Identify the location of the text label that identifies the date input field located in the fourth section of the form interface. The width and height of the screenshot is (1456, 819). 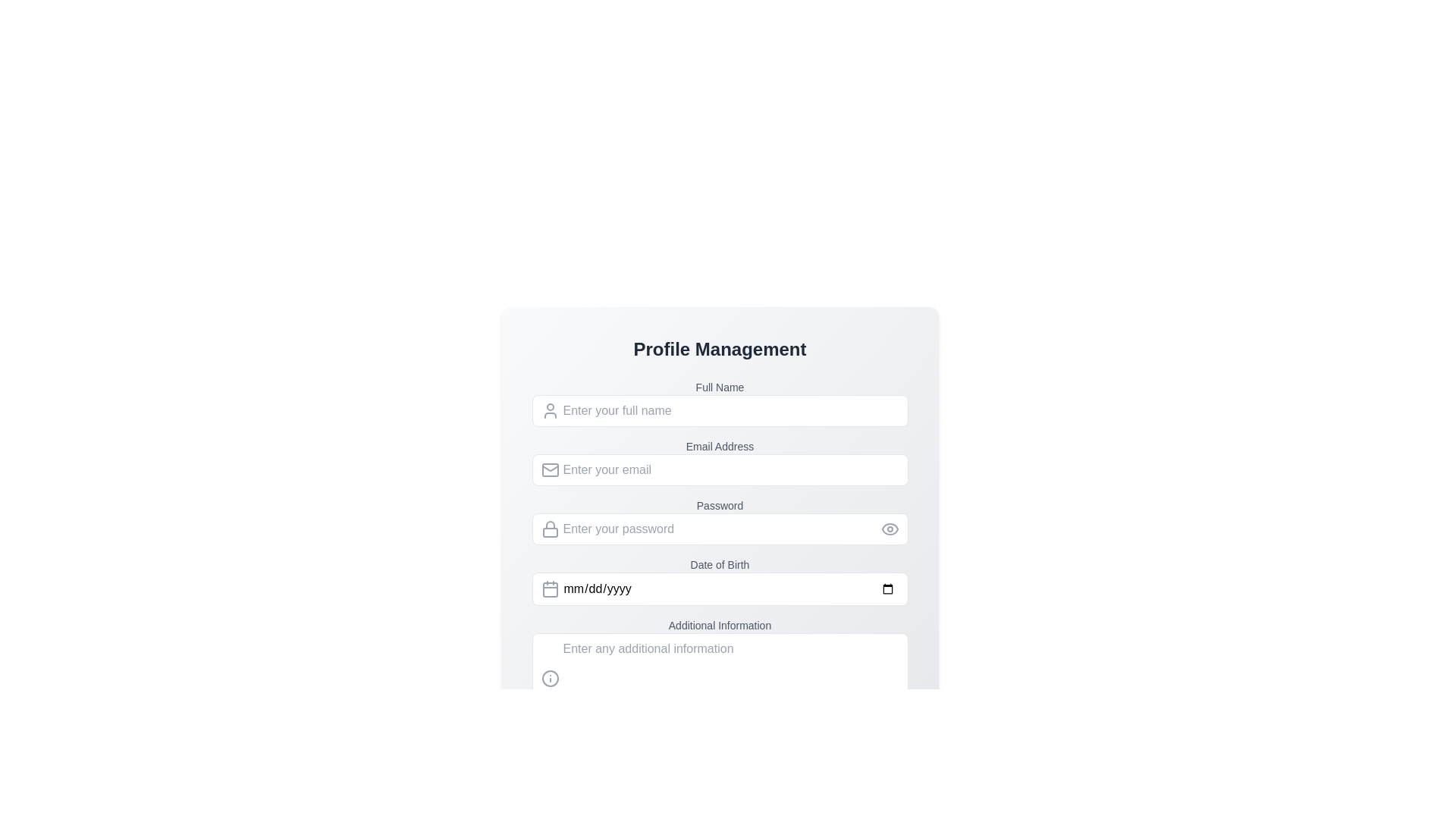
(719, 564).